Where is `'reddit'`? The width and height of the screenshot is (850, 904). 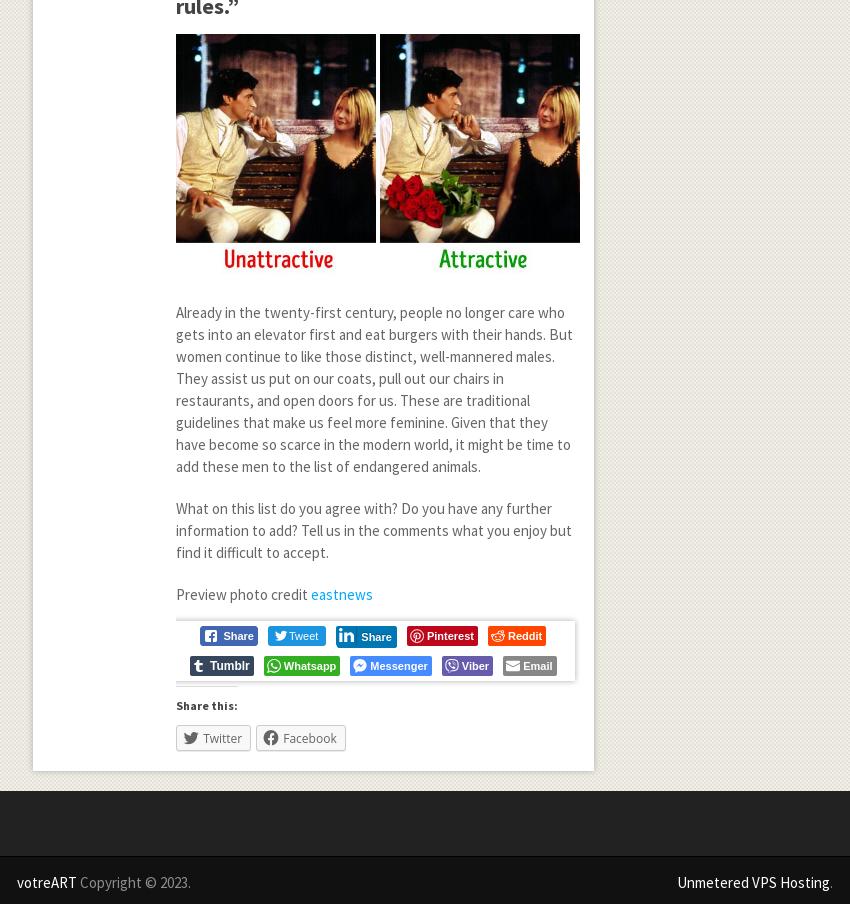
'reddit' is located at coordinates (523, 634).